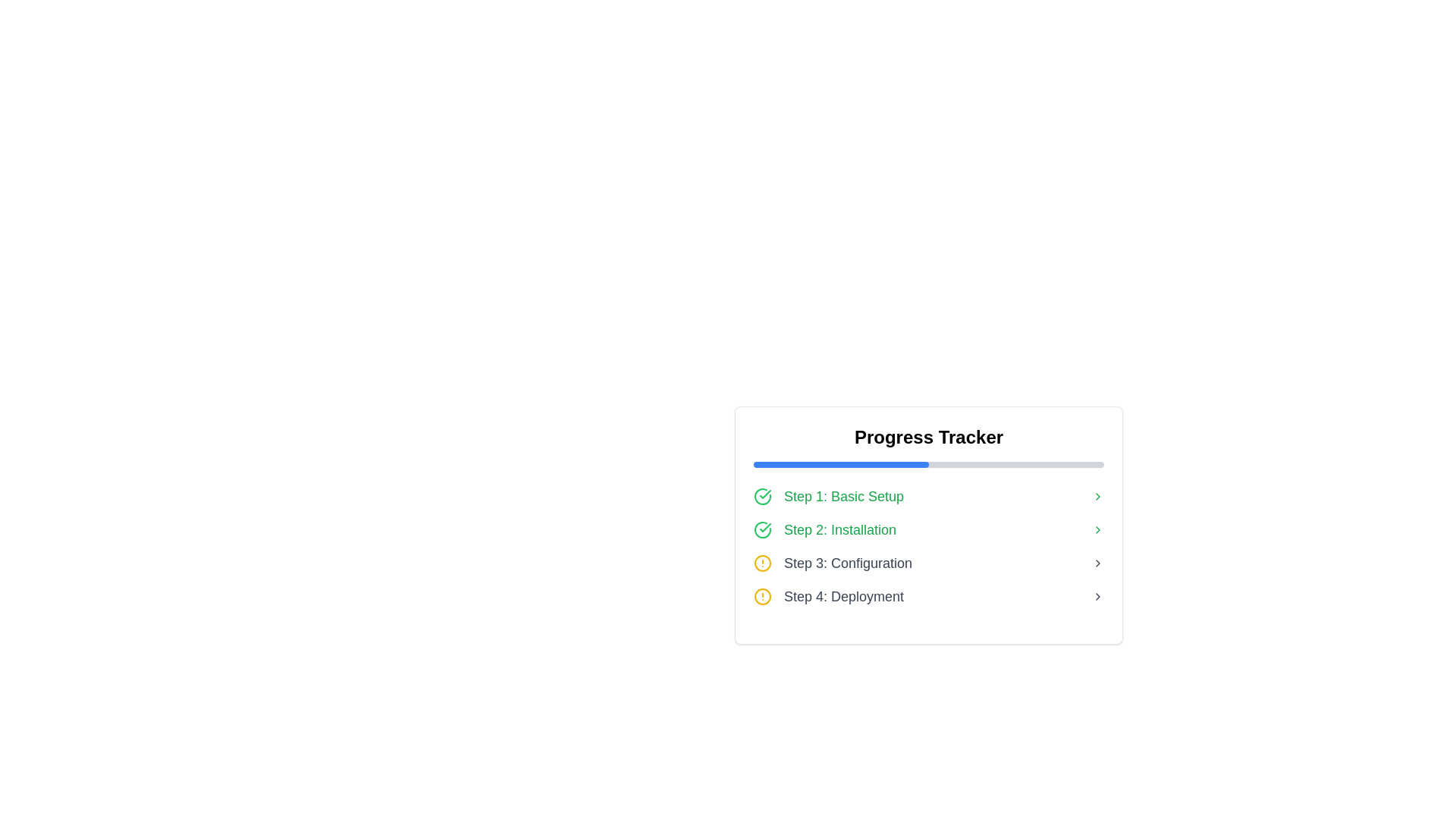 The width and height of the screenshot is (1456, 819). Describe the element at coordinates (1098, 497) in the screenshot. I see `the right-pointing arrow styled icon at the far right of the 'Step 1: Basic Setup' list item in the 'Progress Tracker' section` at that location.